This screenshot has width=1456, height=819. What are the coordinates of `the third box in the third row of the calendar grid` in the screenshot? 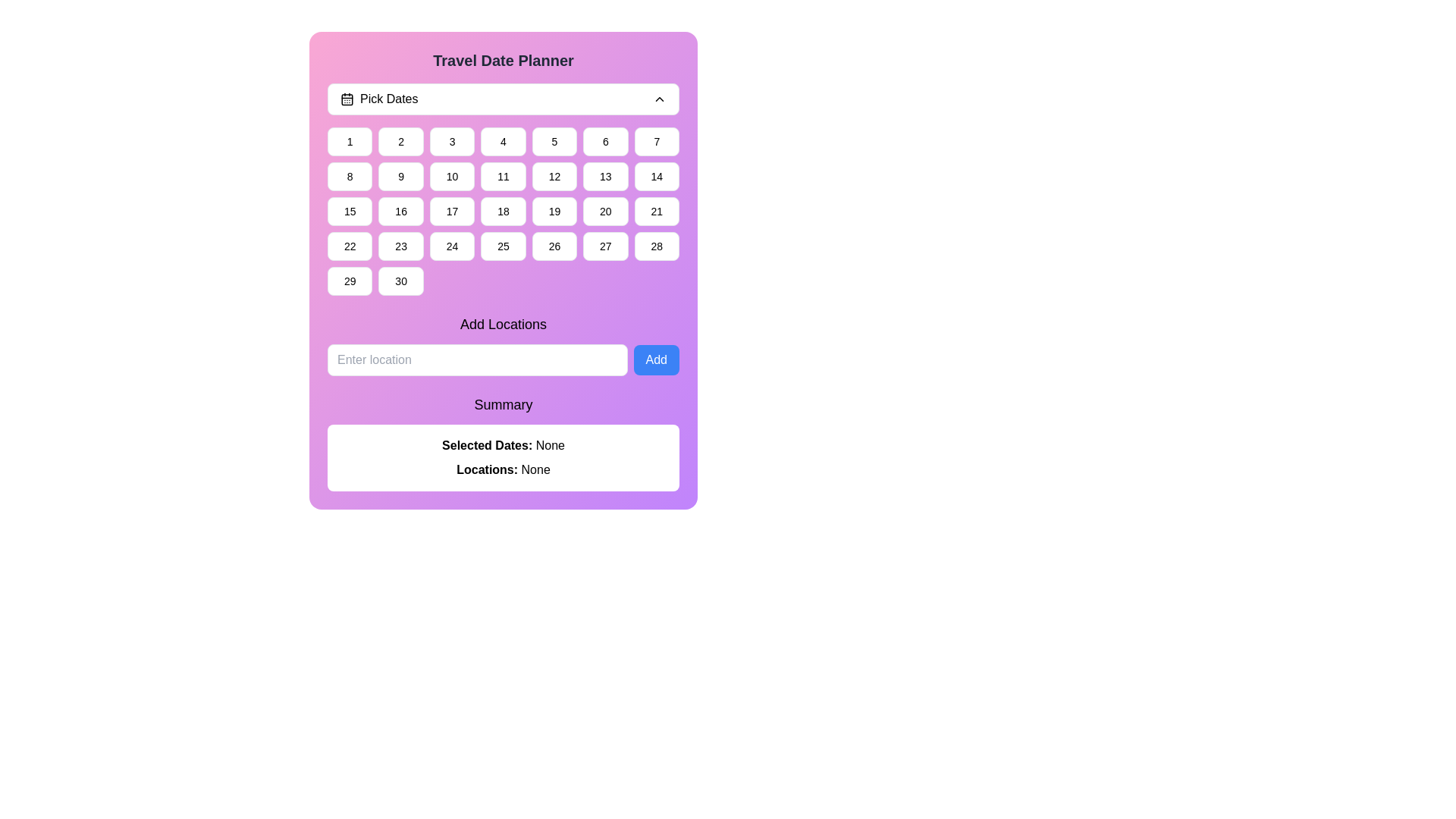 It's located at (451, 211).